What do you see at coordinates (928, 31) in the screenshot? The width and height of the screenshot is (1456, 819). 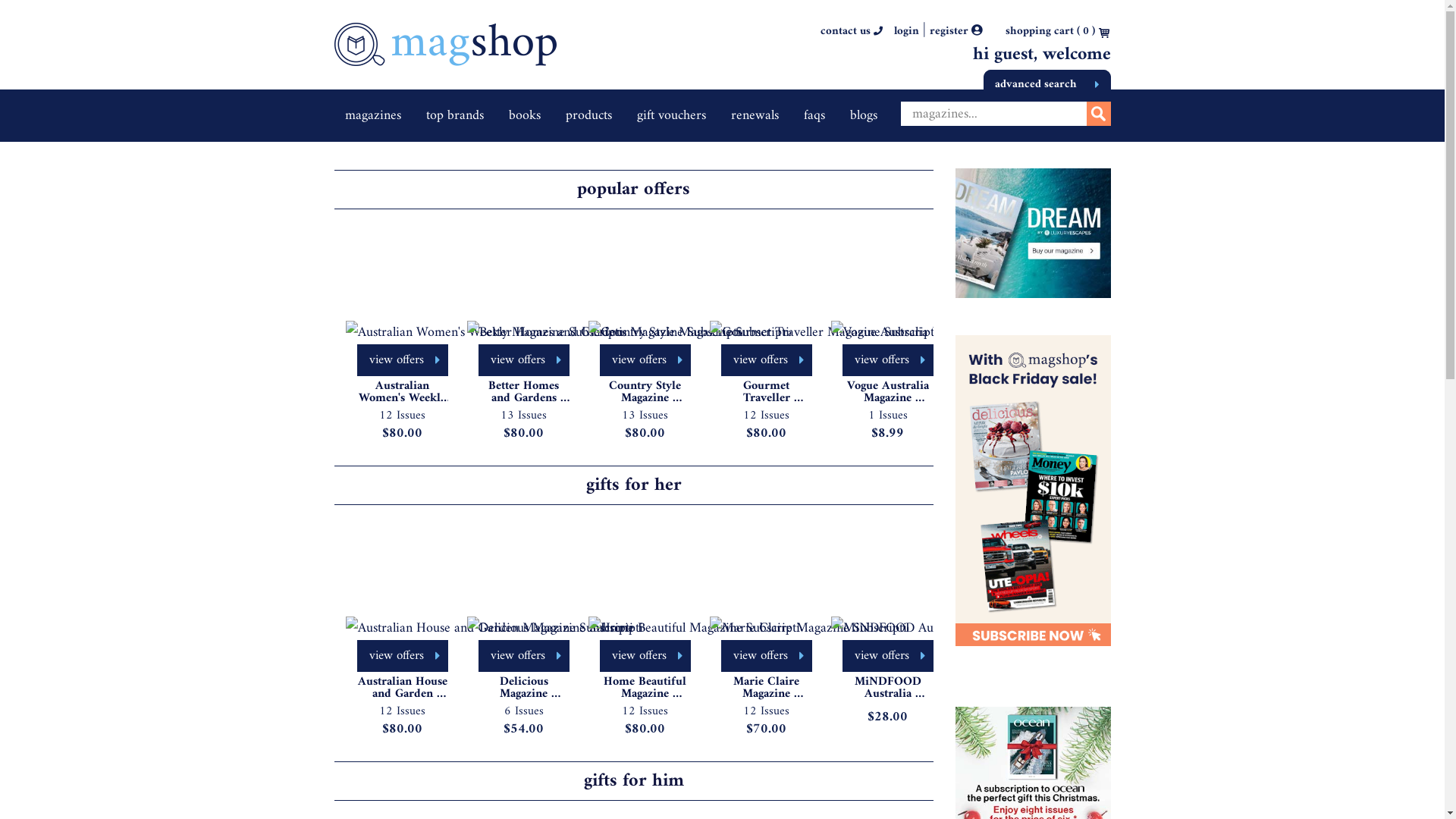 I see `'register '` at bounding box center [928, 31].